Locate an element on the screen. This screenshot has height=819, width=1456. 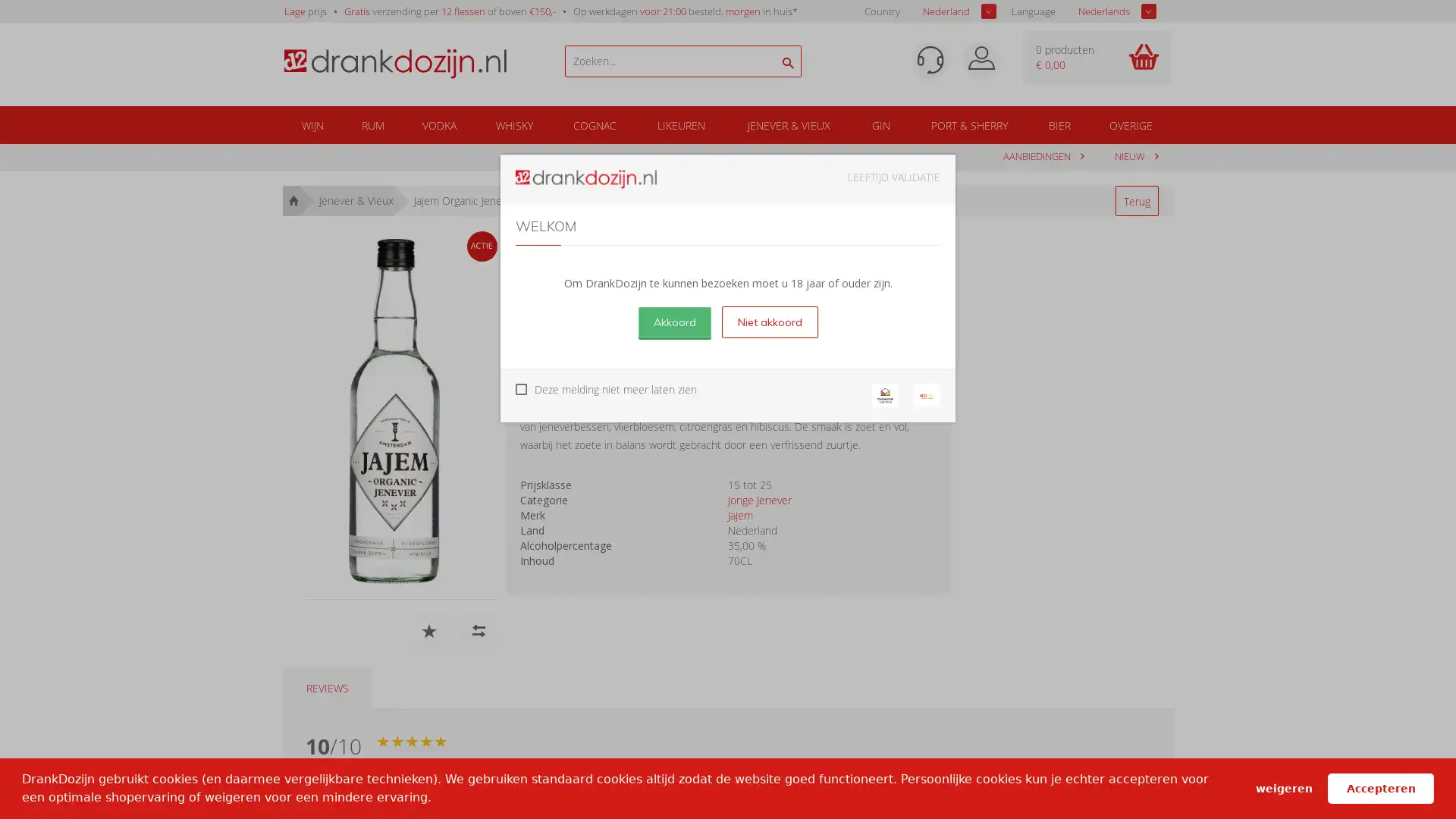
deny cookies is located at coordinates (1282, 787).